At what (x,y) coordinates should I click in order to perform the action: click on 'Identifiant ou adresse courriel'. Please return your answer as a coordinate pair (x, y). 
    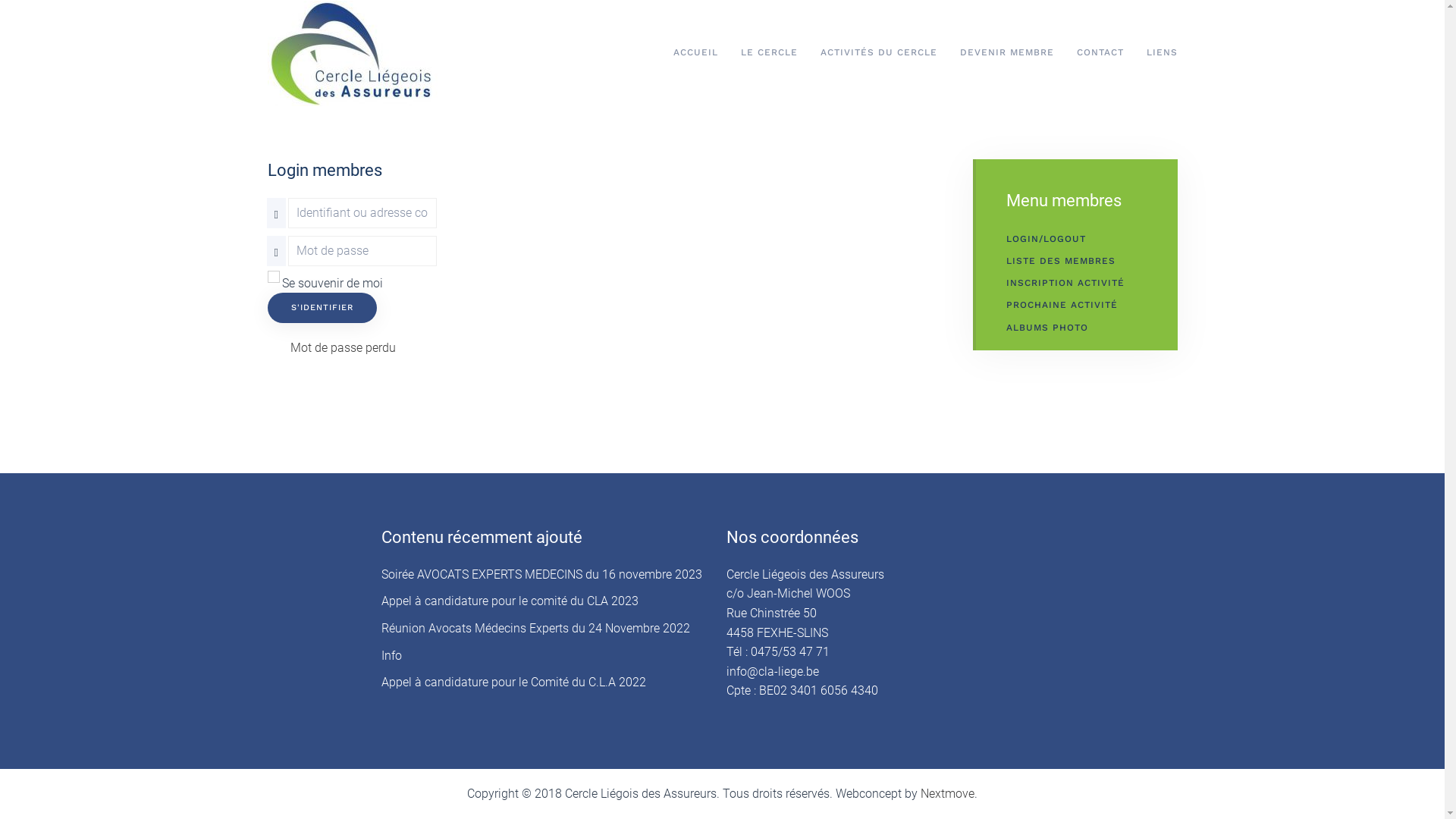
    Looking at the image, I should click on (276, 215).